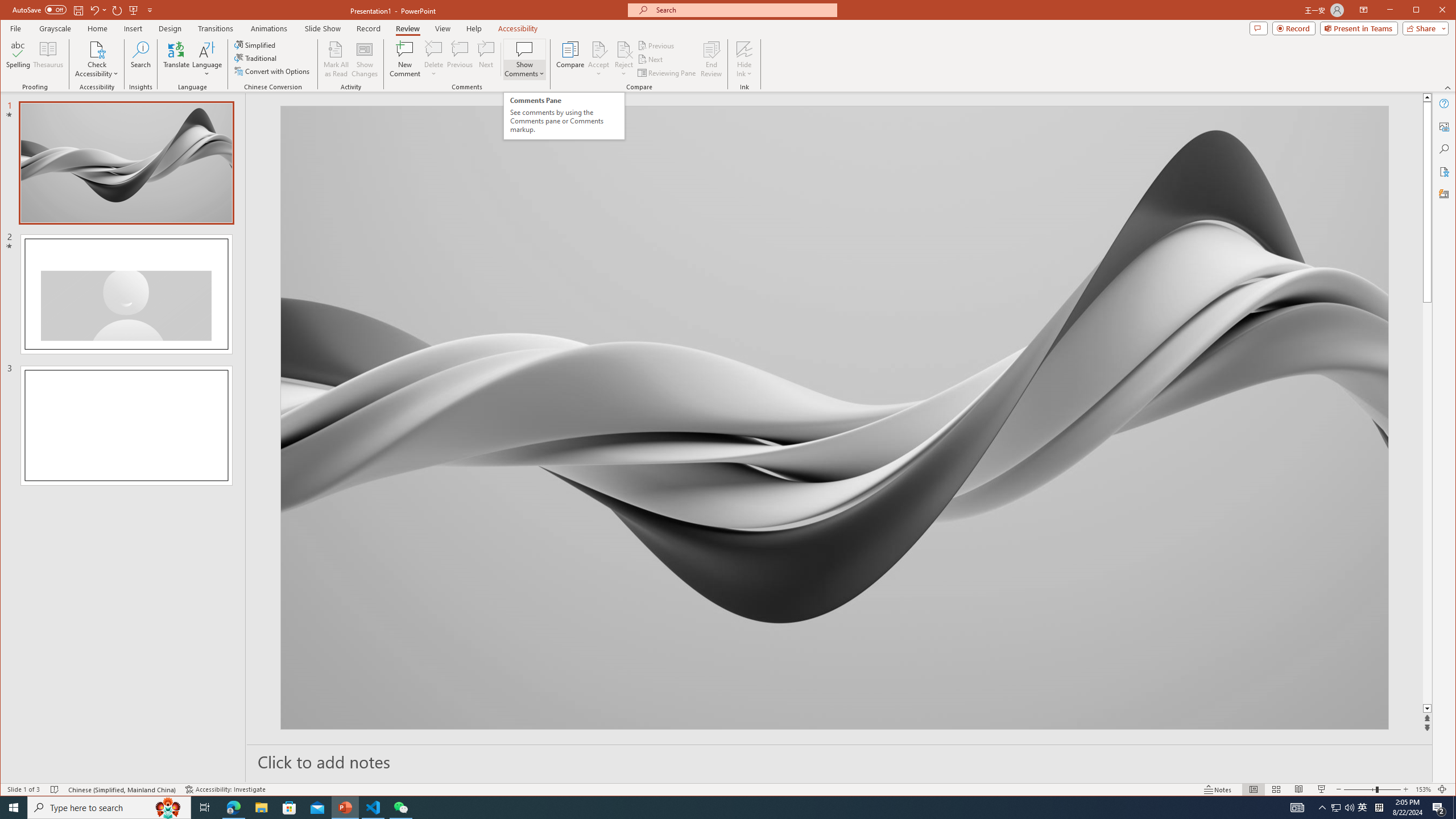 This screenshot has height=819, width=1456. I want to click on 'Convert with Options...', so click(273, 71).